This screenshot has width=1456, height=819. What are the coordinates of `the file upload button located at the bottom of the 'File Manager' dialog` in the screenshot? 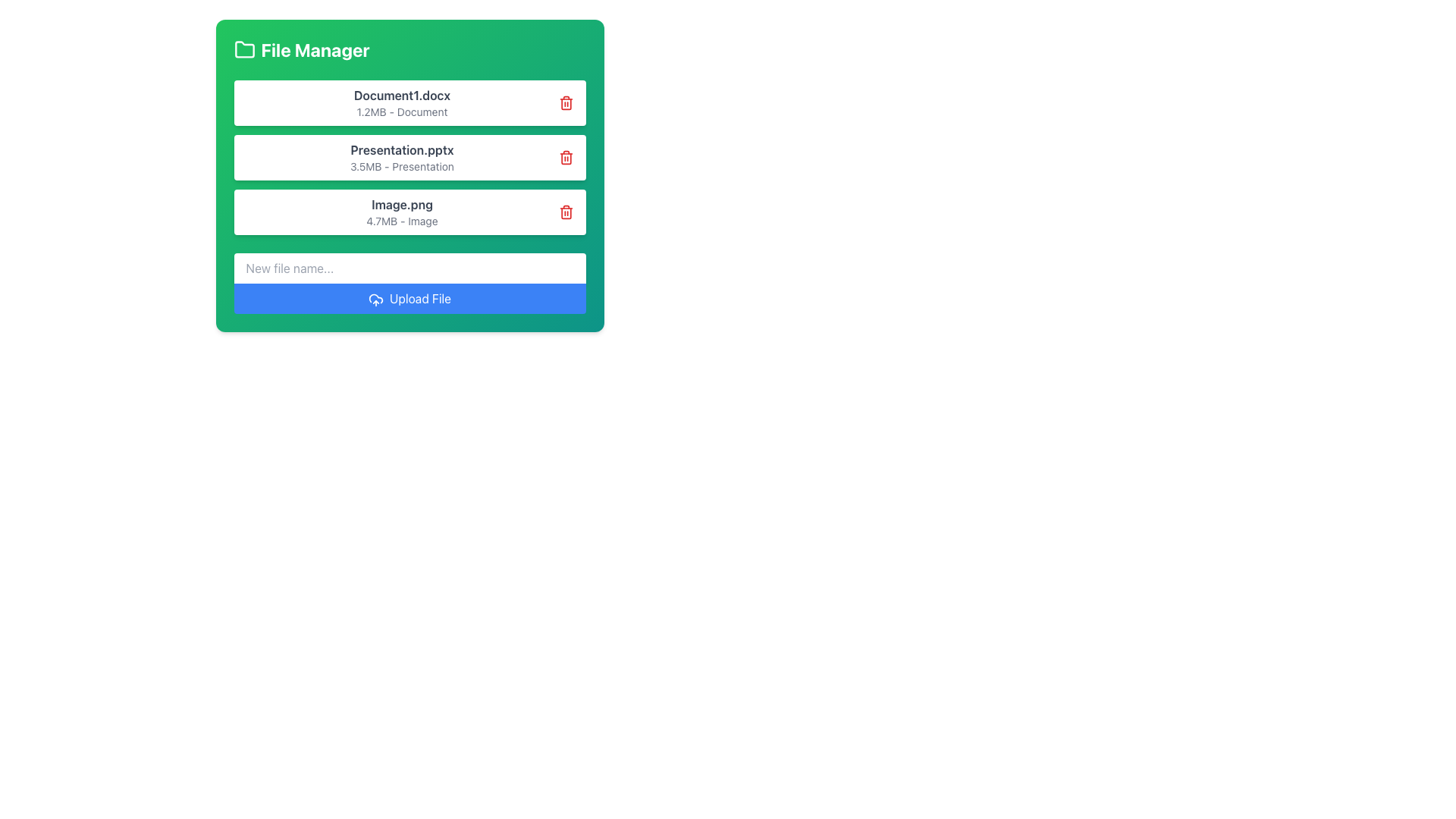 It's located at (409, 298).